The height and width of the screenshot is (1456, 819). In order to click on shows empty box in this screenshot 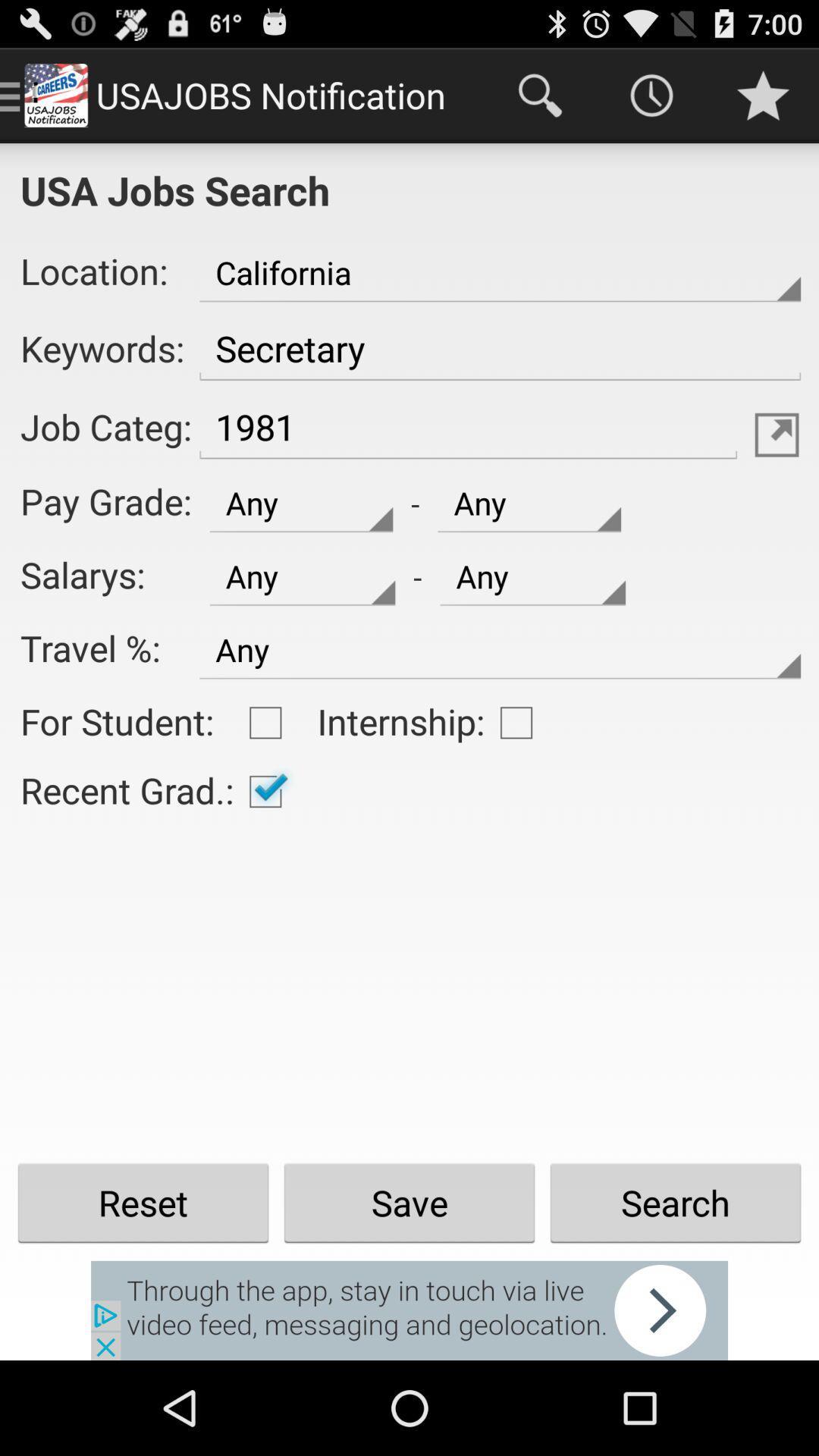, I will do `click(516, 722)`.